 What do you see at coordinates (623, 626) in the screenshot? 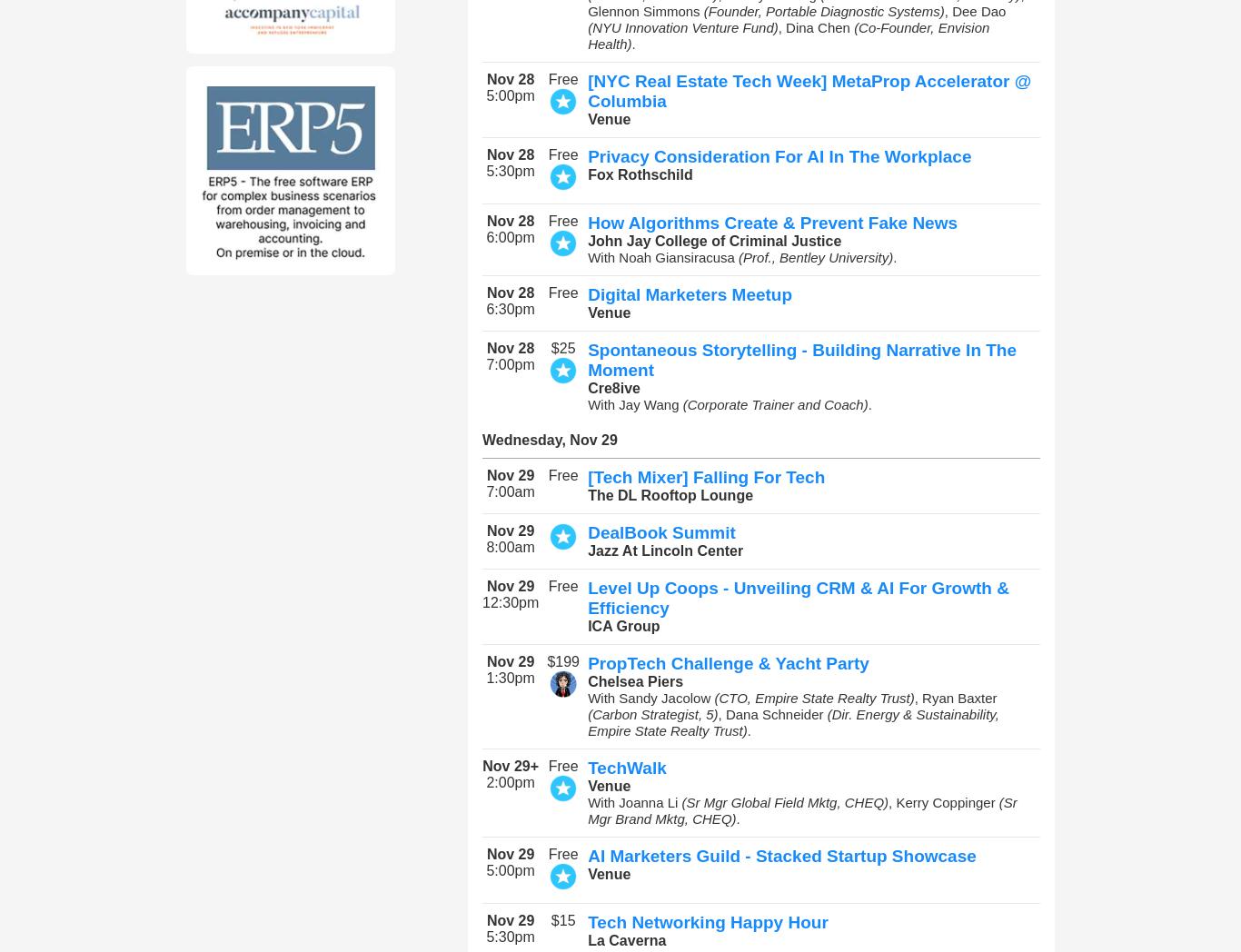
I see `'ICA Group'` at bounding box center [623, 626].